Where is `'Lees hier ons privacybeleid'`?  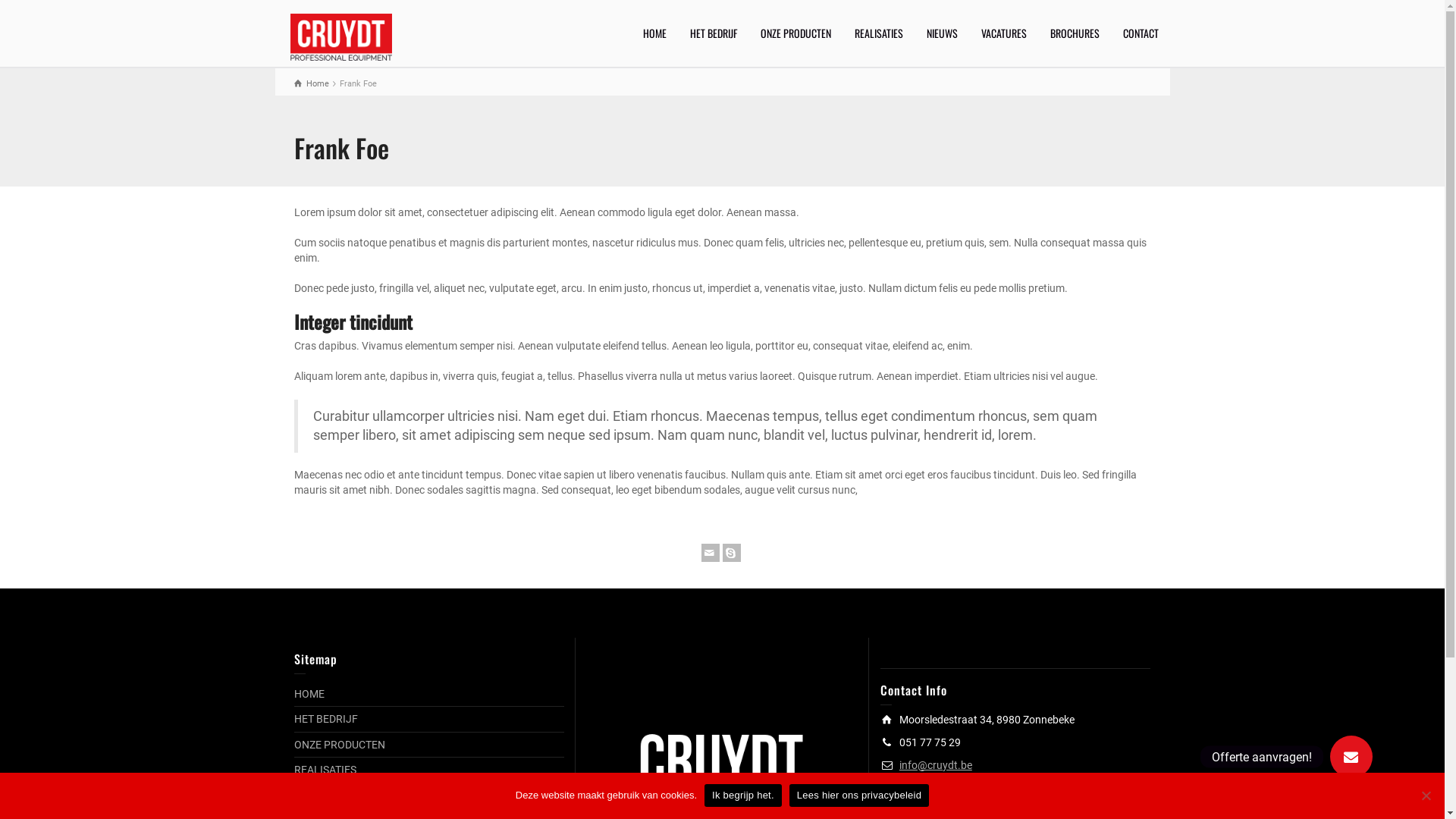
'Lees hier ons privacybeleid' is located at coordinates (858, 795).